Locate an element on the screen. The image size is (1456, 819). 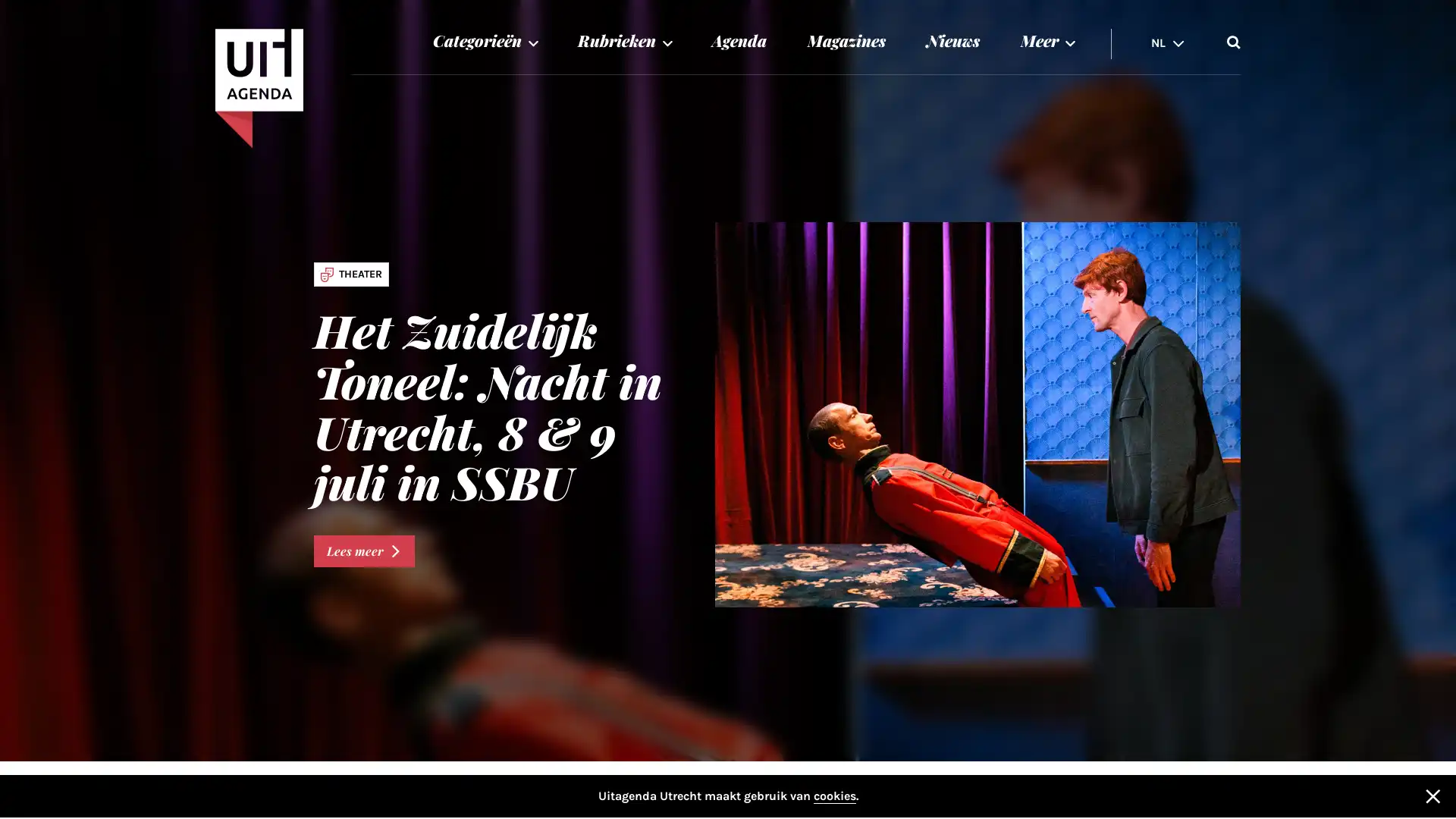
Zoeken is located at coordinates (1234, 40).